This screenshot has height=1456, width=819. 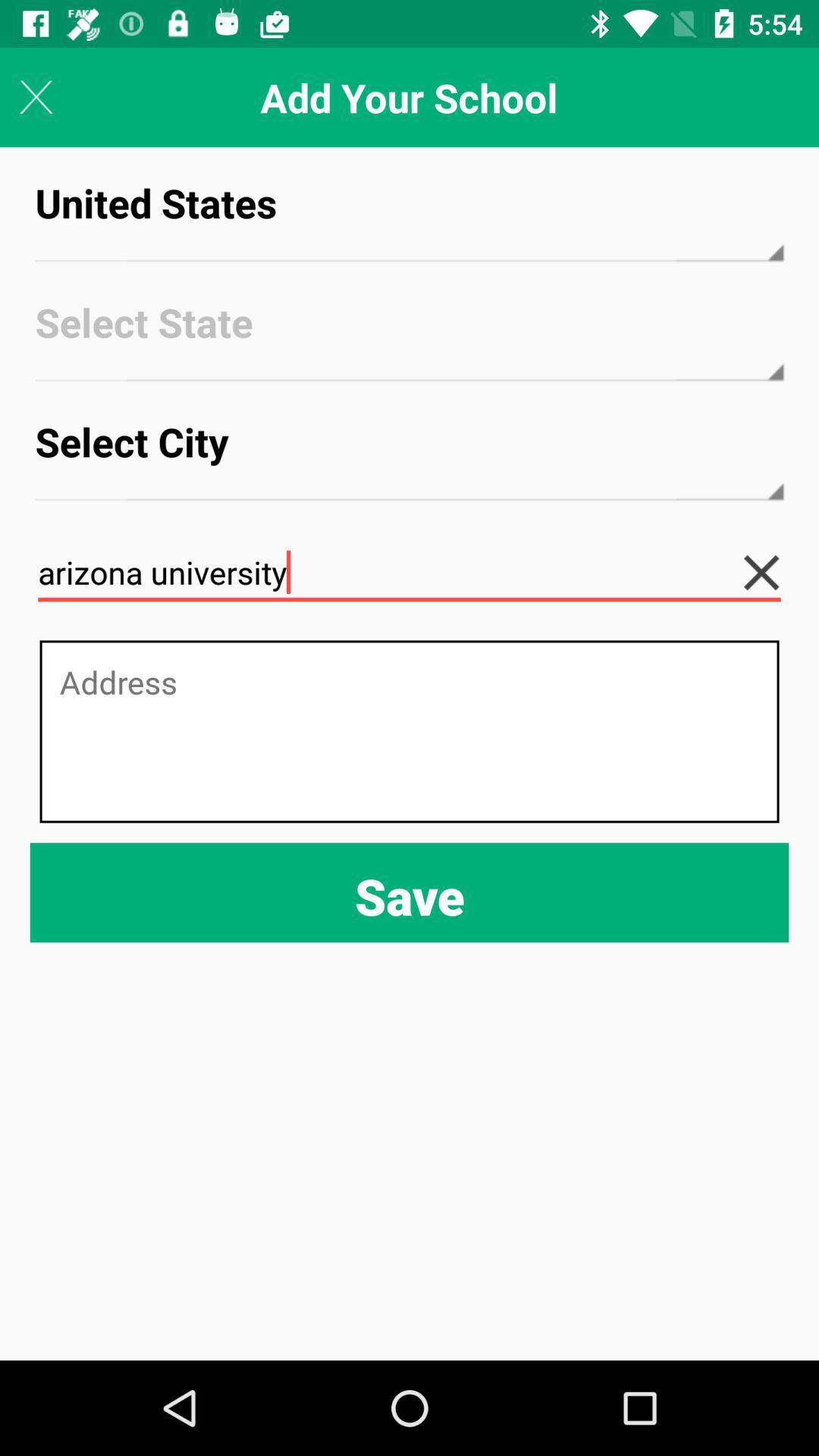 What do you see at coordinates (409, 216) in the screenshot?
I see `icon below the add your school icon` at bounding box center [409, 216].